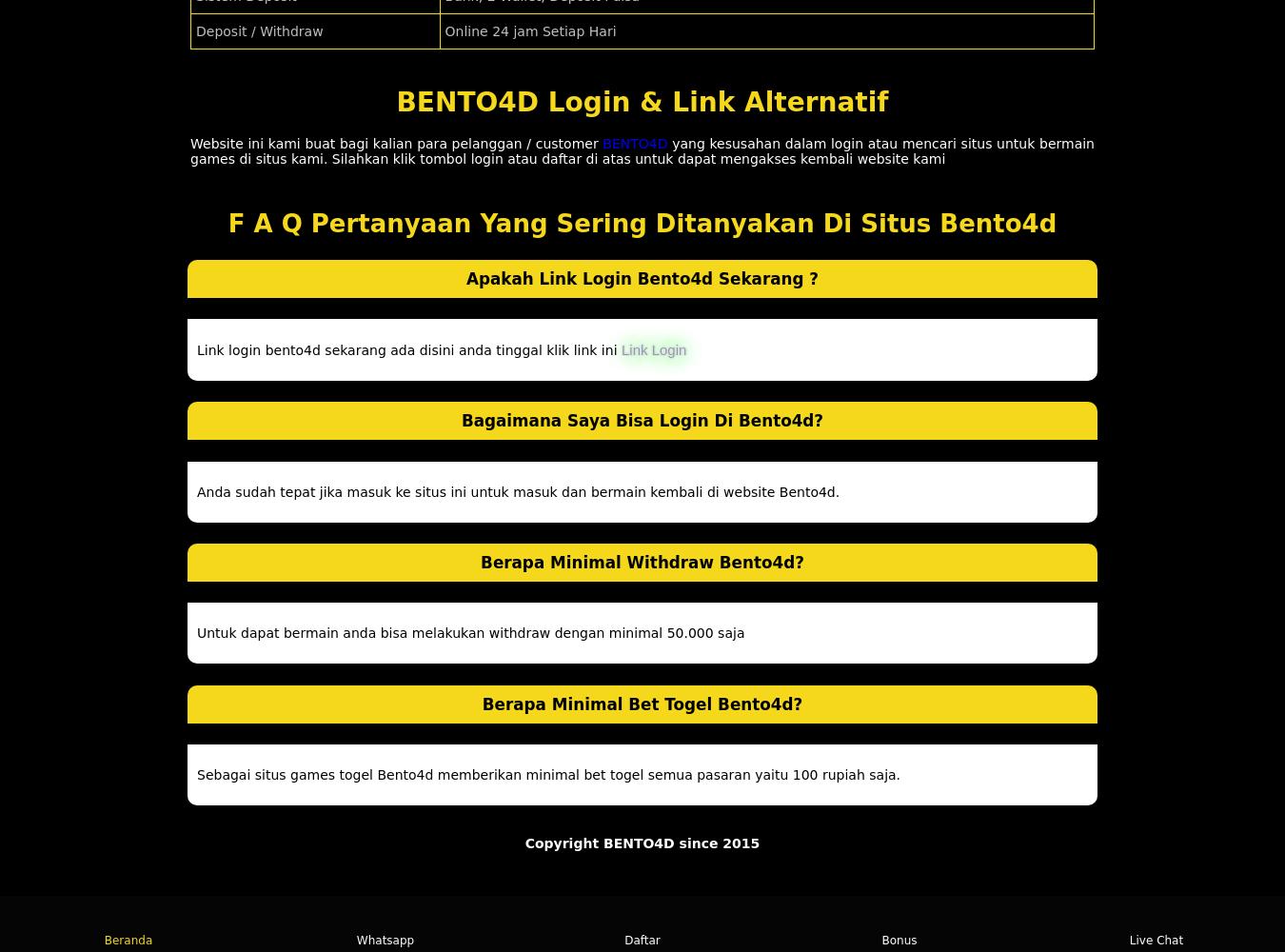 The height and width of the screenshot is (952, 1285). What do you see at coordinates (652, 348) in the screenshot?
I see `'Link Login'` at bounding box center [652, 348].